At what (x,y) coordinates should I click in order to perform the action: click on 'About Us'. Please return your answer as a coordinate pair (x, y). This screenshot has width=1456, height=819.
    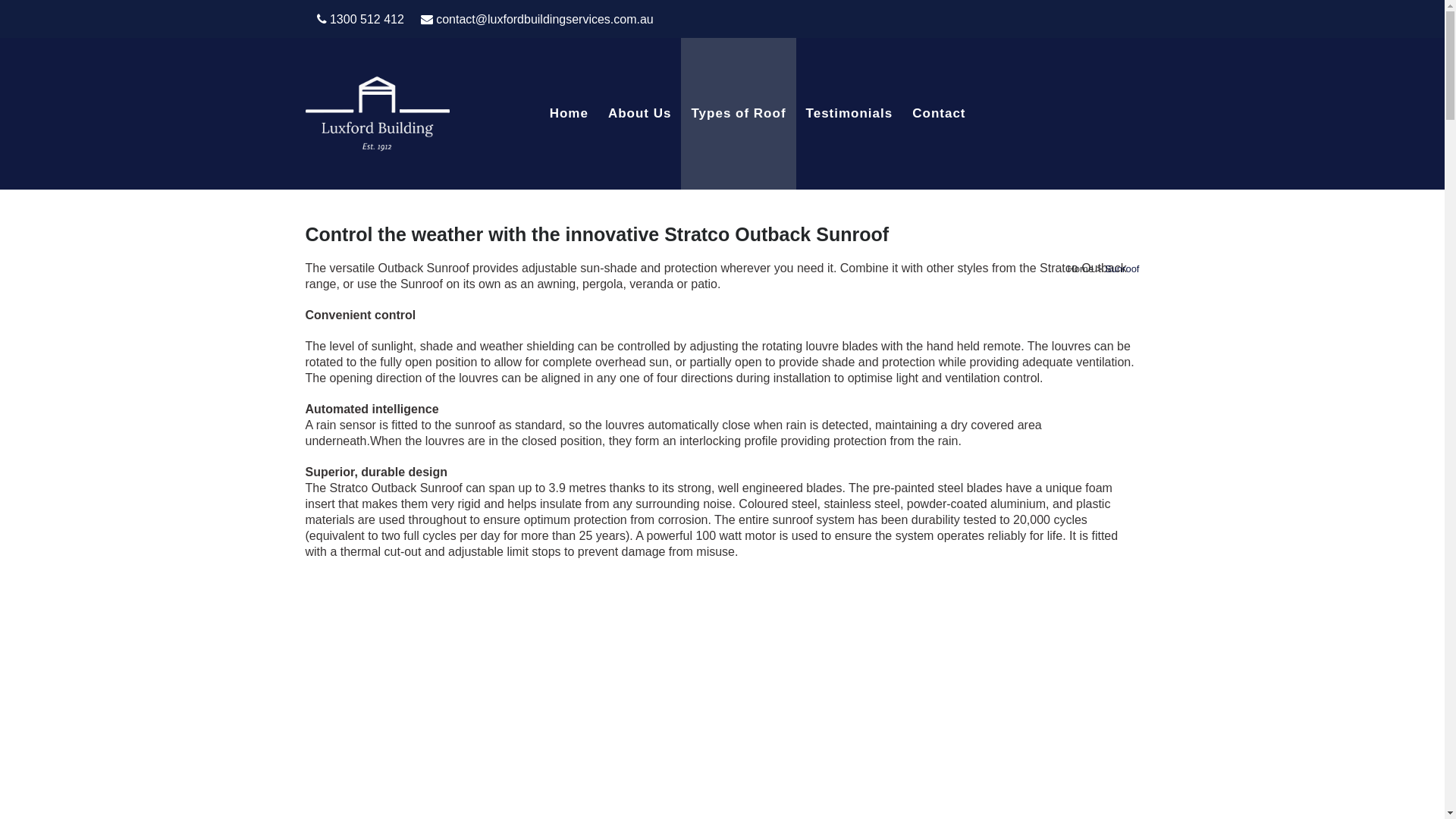
    Looking at the image, I should click on (597, 113).